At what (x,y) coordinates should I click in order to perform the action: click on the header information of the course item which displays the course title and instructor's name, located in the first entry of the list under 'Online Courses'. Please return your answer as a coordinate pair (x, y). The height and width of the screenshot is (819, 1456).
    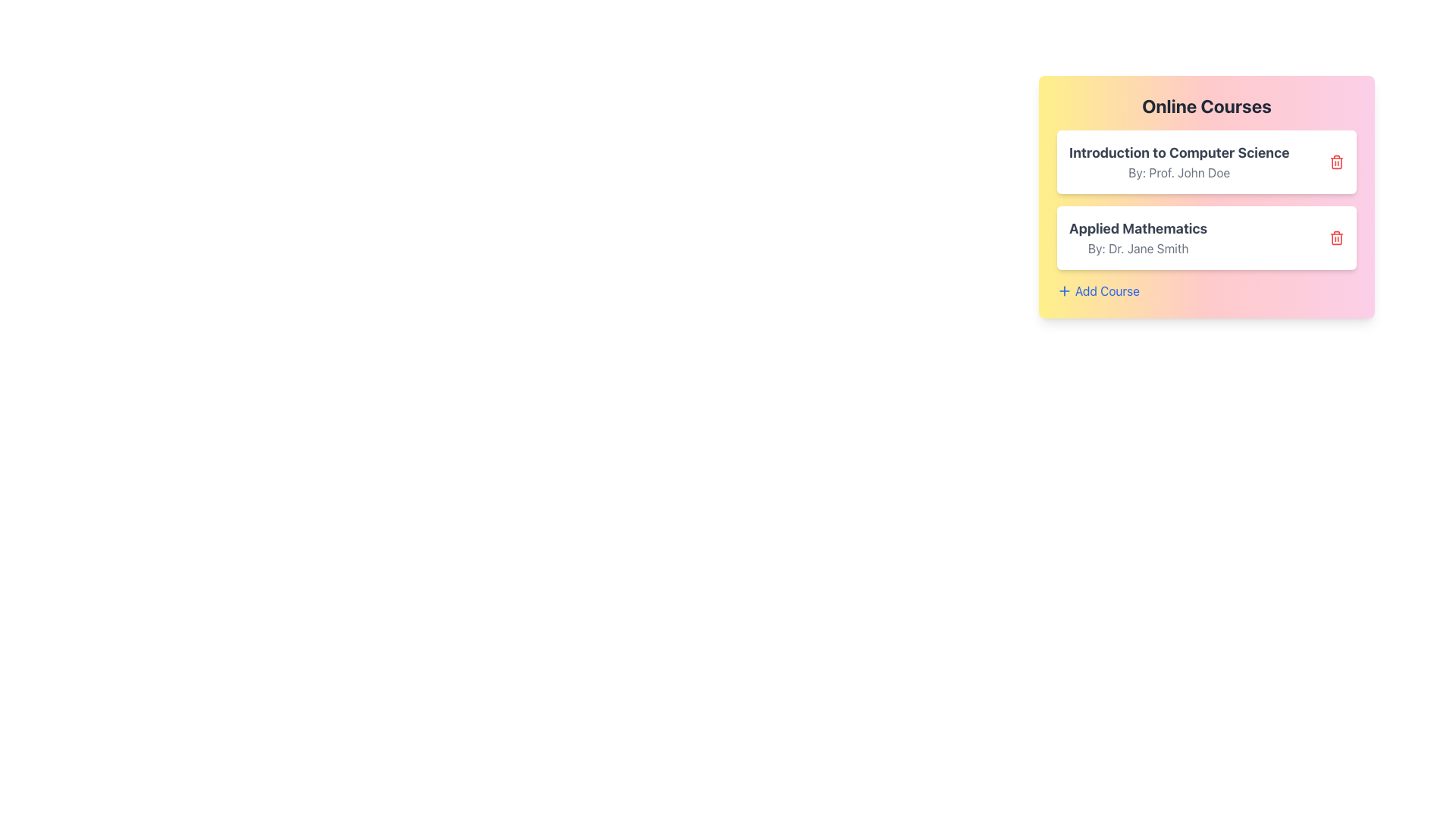
    Looking at the image, I should click on (1178, 162).